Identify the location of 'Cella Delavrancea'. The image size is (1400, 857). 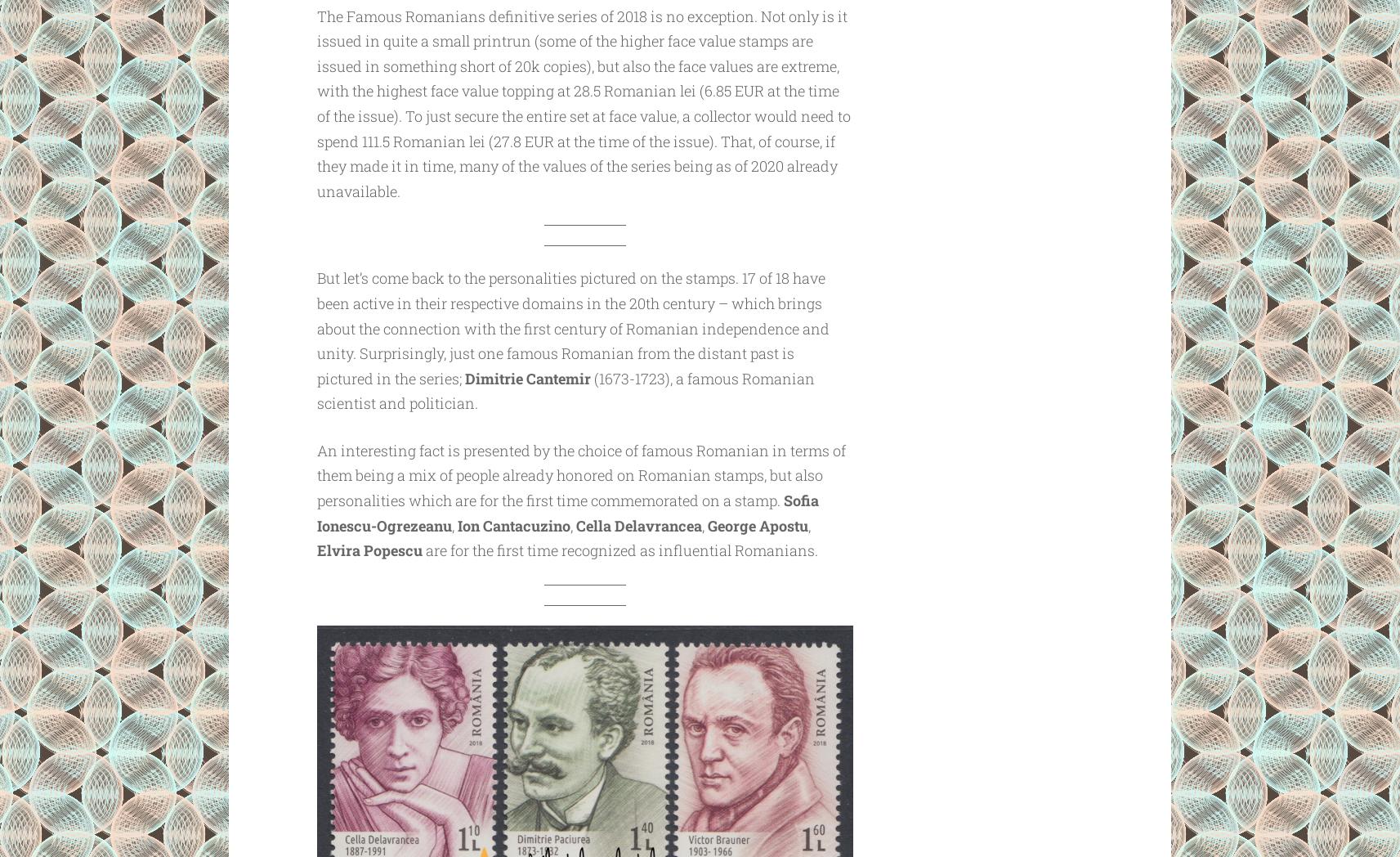
(637, 524).